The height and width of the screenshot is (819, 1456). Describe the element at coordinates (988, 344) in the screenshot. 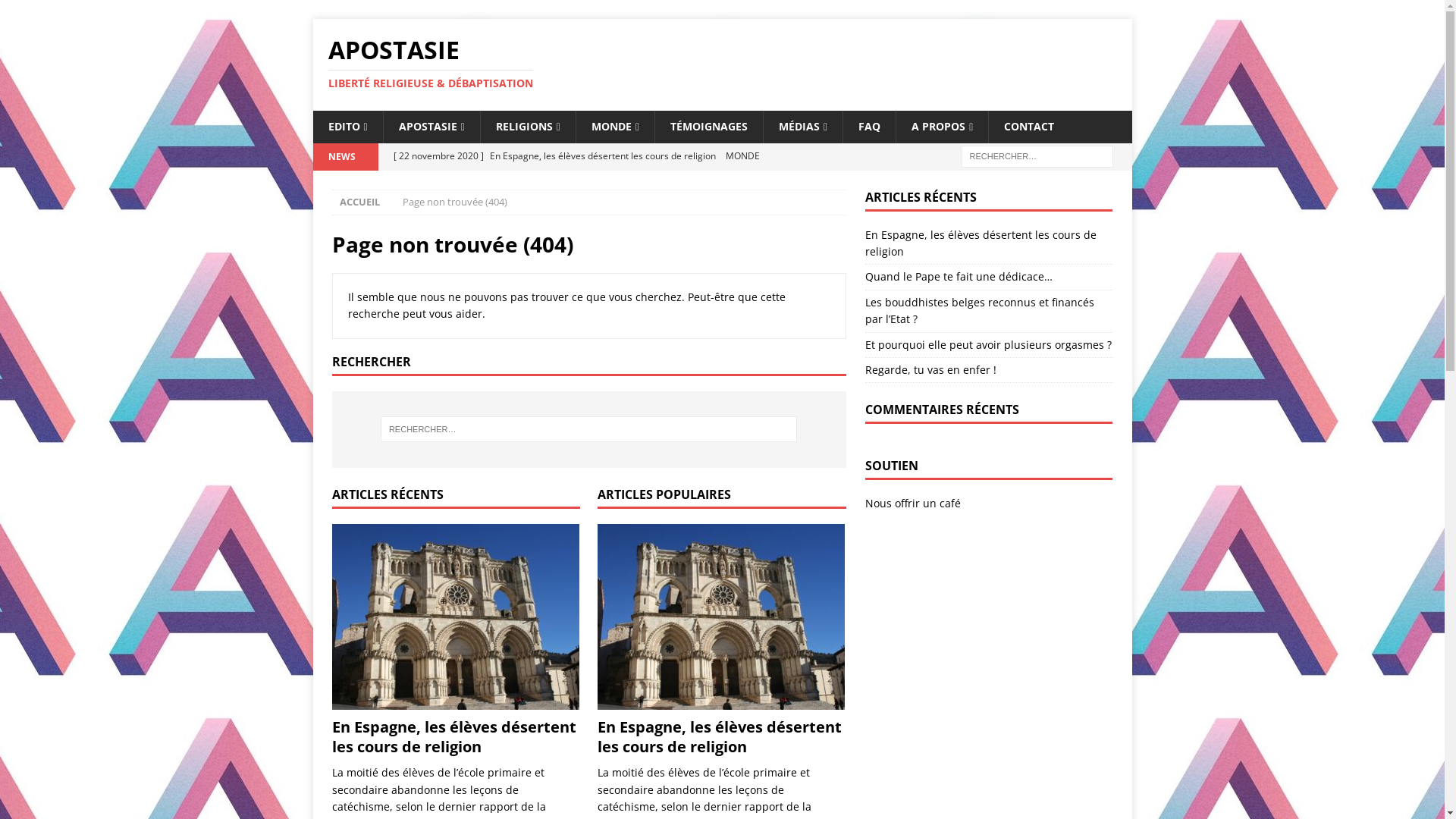

I see `'Et pourquoi elle peut avoir plusieurs orgasmes ?'` at that location.